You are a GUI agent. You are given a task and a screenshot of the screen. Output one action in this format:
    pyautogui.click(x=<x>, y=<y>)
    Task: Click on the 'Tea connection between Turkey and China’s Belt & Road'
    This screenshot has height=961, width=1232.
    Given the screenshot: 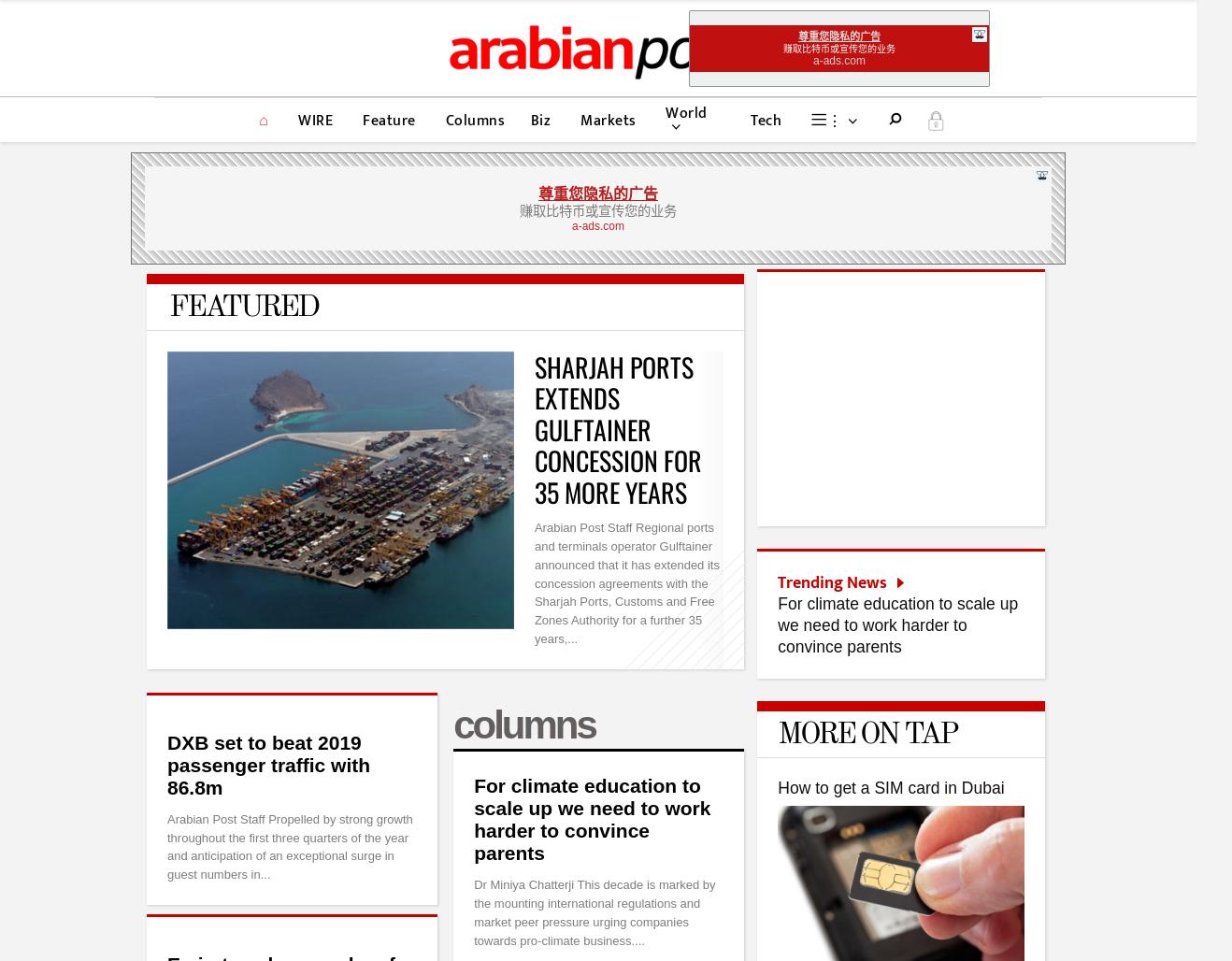 What is the action you would take?
    pyautogui.click(x=910, y=614)
    